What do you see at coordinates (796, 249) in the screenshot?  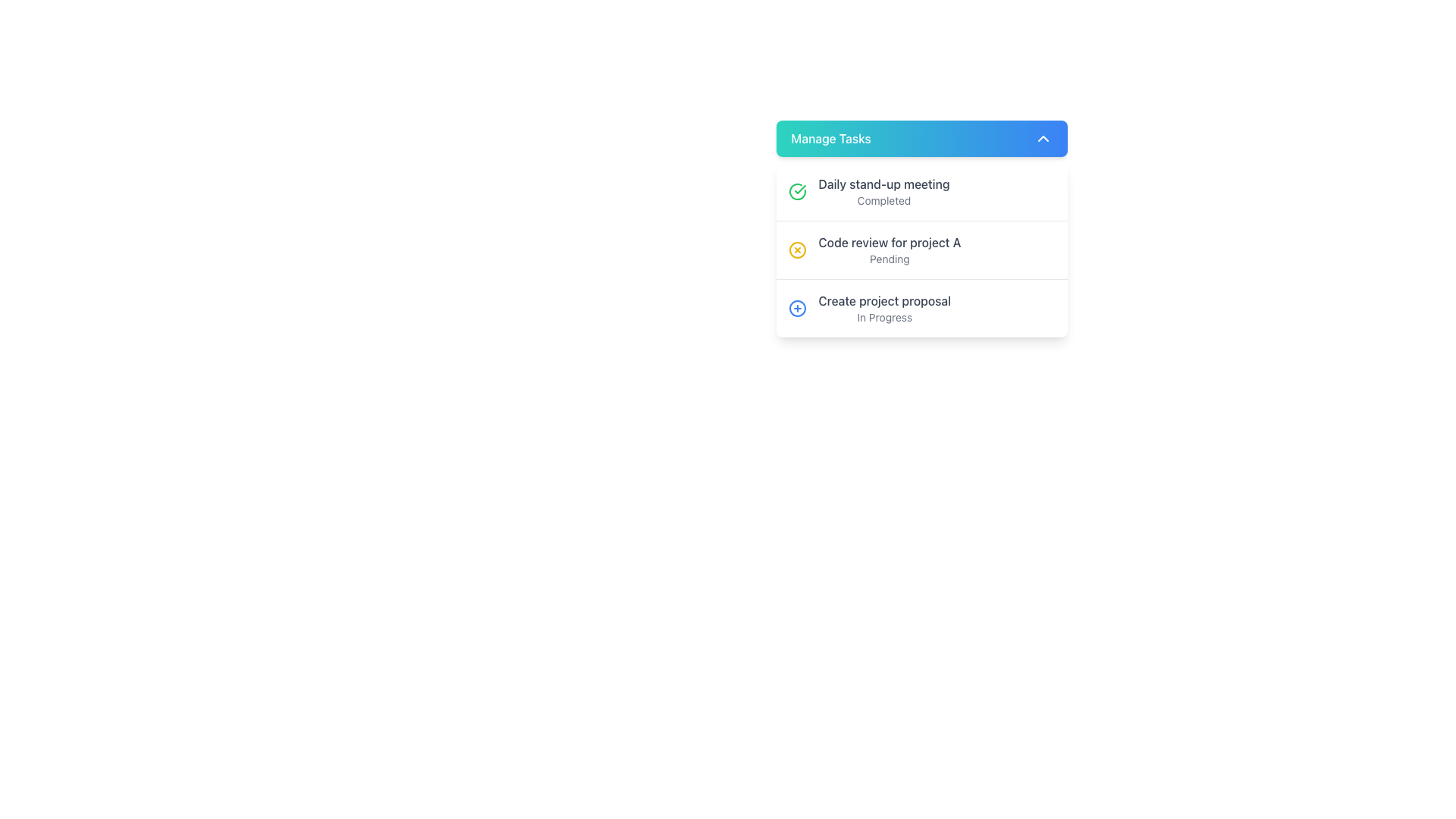 I see `the graphical details of the circular yellow icon with a centered 'X' shape, which represents the 'Code review for project A' task in the task list` at bounding box center [796, 249].